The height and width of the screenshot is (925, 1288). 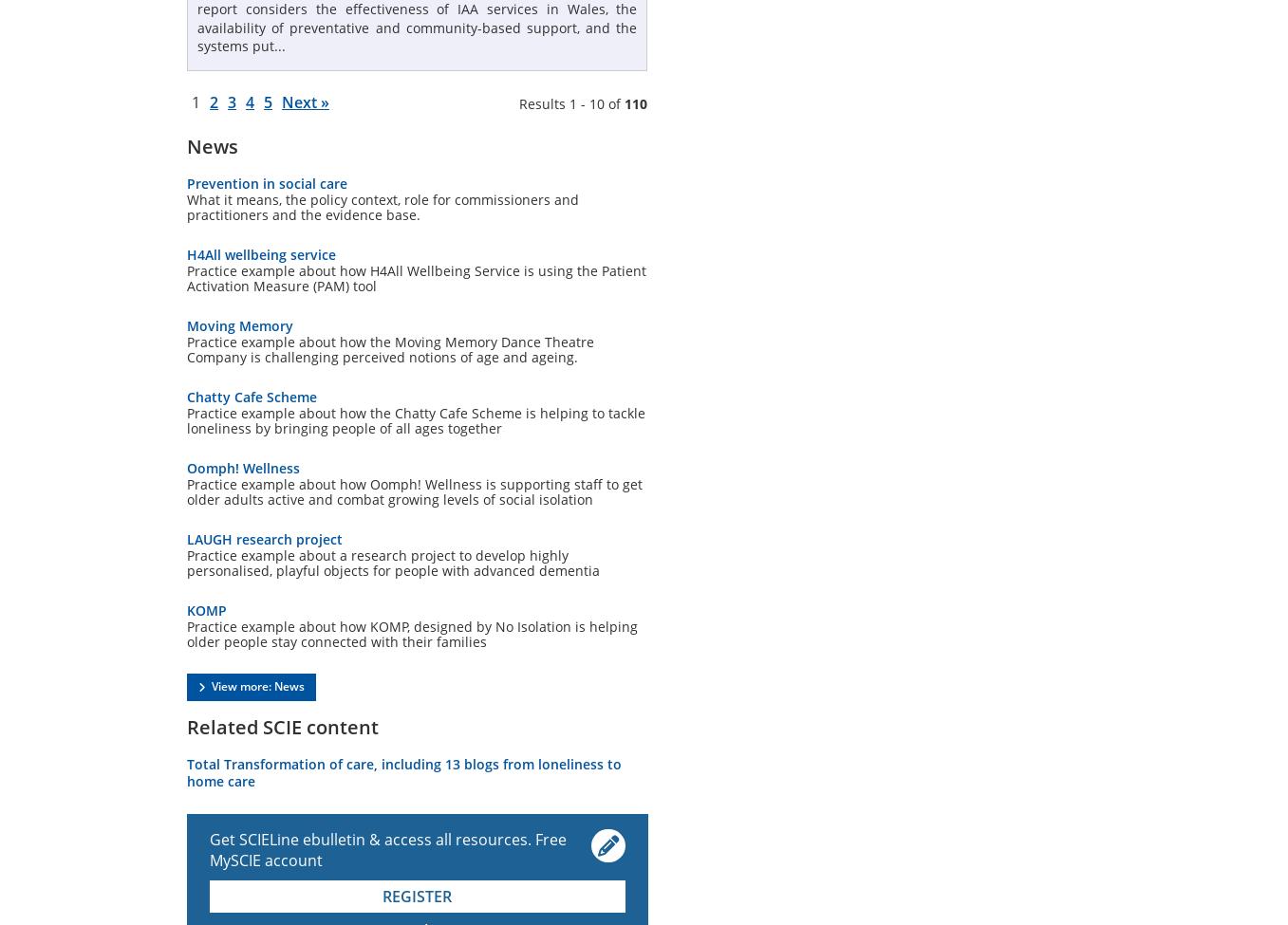 What do you see at coordinates (267, 181) in the screenshot?
I see `'Prevention in social care'` at bounding box center [267, 181].